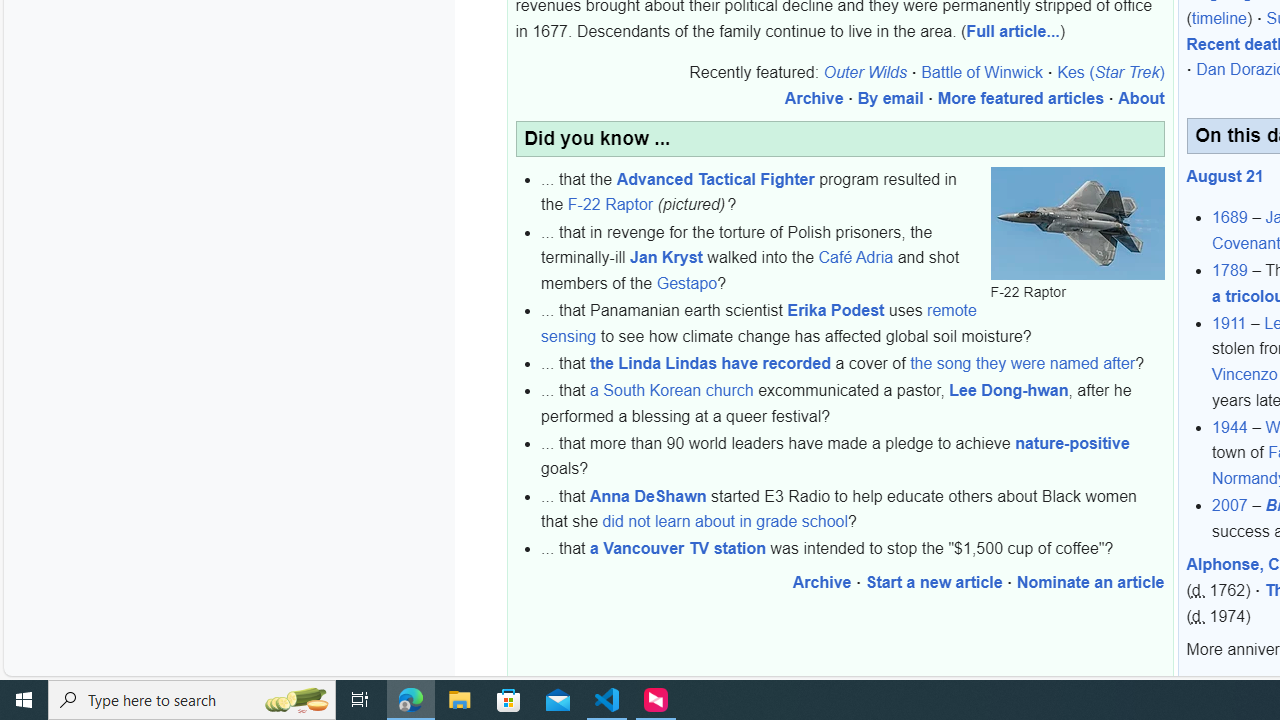  Describe the element at coordinates (1218, 19) in the screenshot. I see `'(timeline)'` at that location.